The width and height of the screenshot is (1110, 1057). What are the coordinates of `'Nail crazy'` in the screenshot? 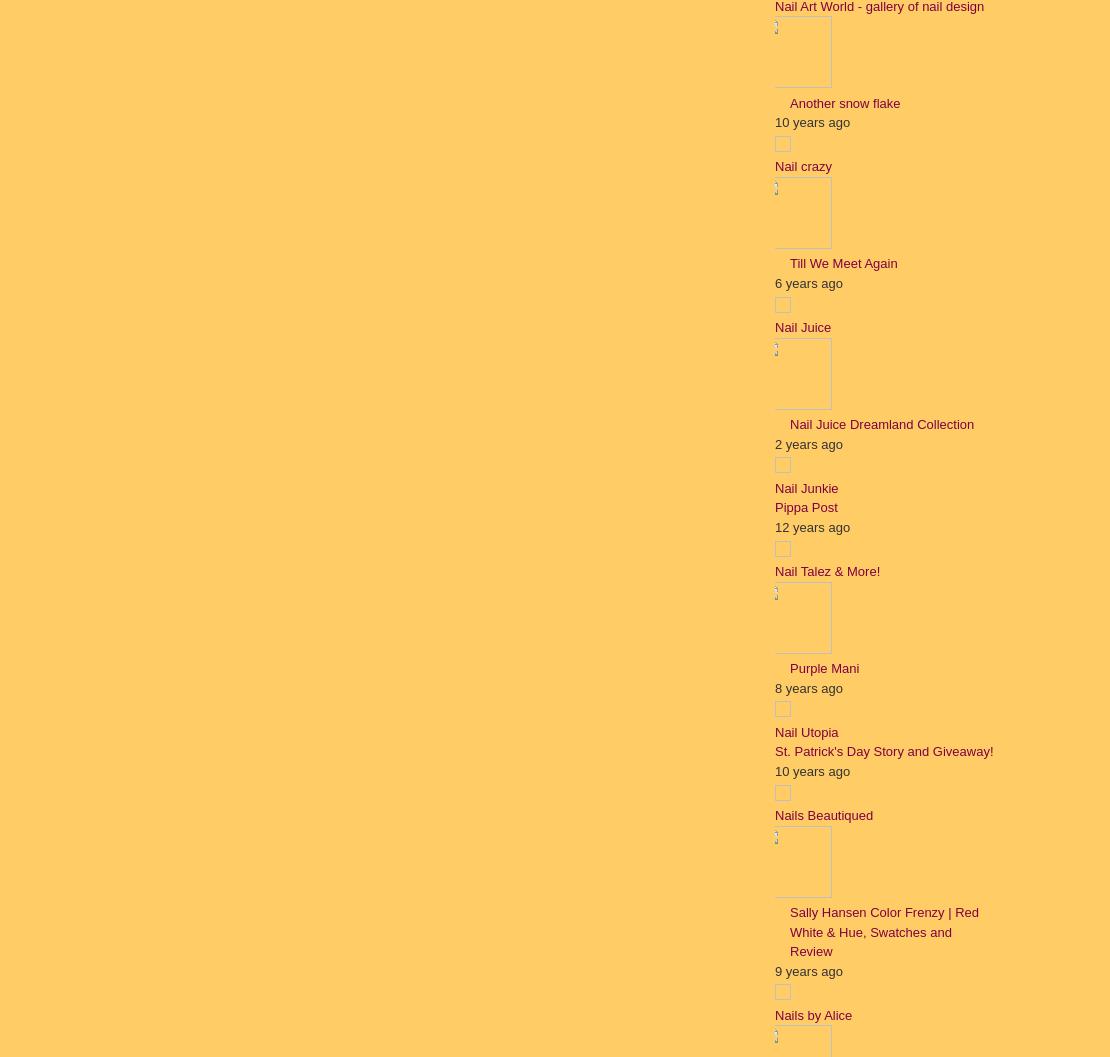 It's located at (774, 166).